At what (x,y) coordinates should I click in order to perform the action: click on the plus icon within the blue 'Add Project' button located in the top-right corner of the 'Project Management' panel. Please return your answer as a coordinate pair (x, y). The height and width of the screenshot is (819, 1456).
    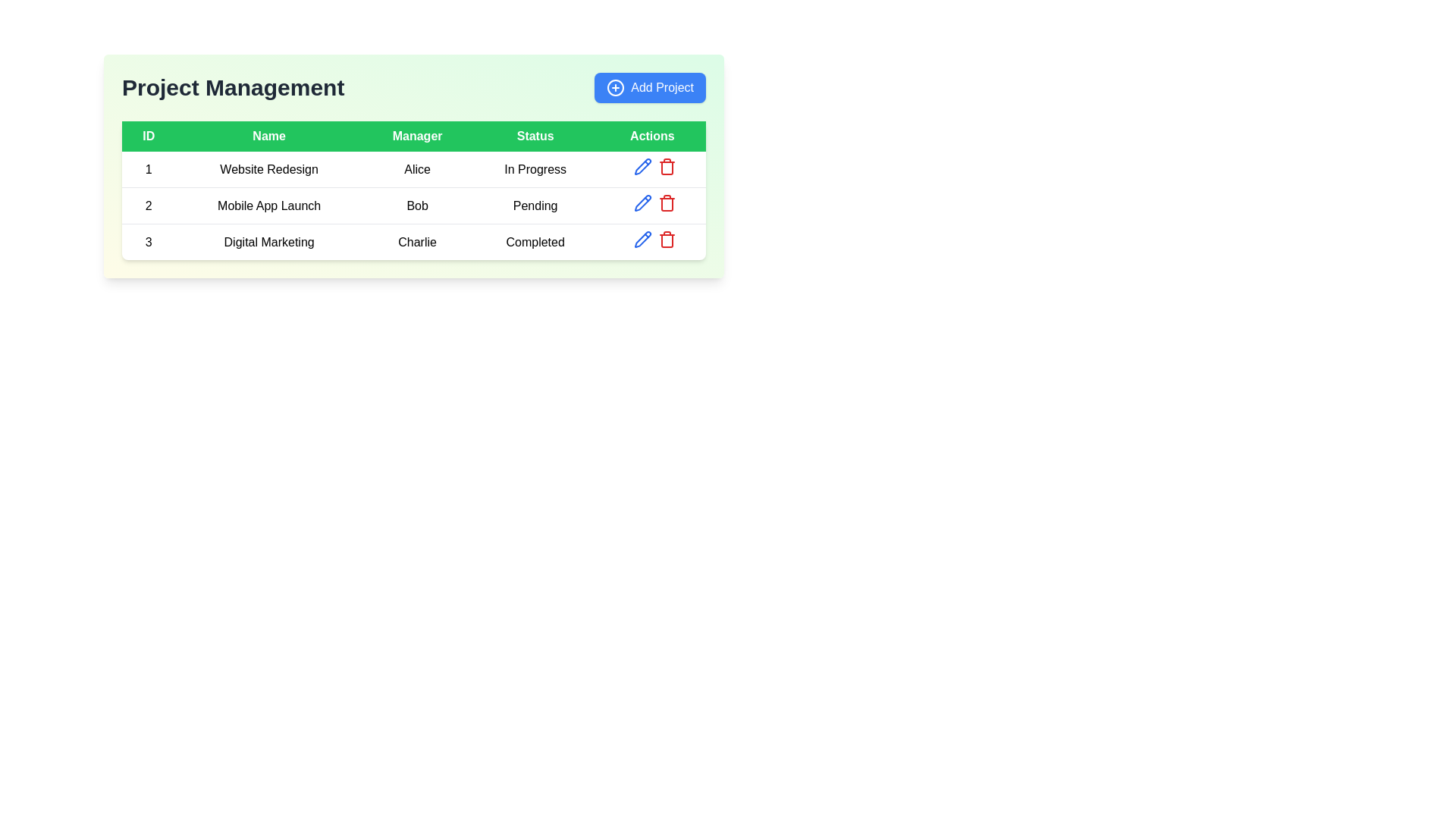
    Looking at the image, I should click on (616, 87).